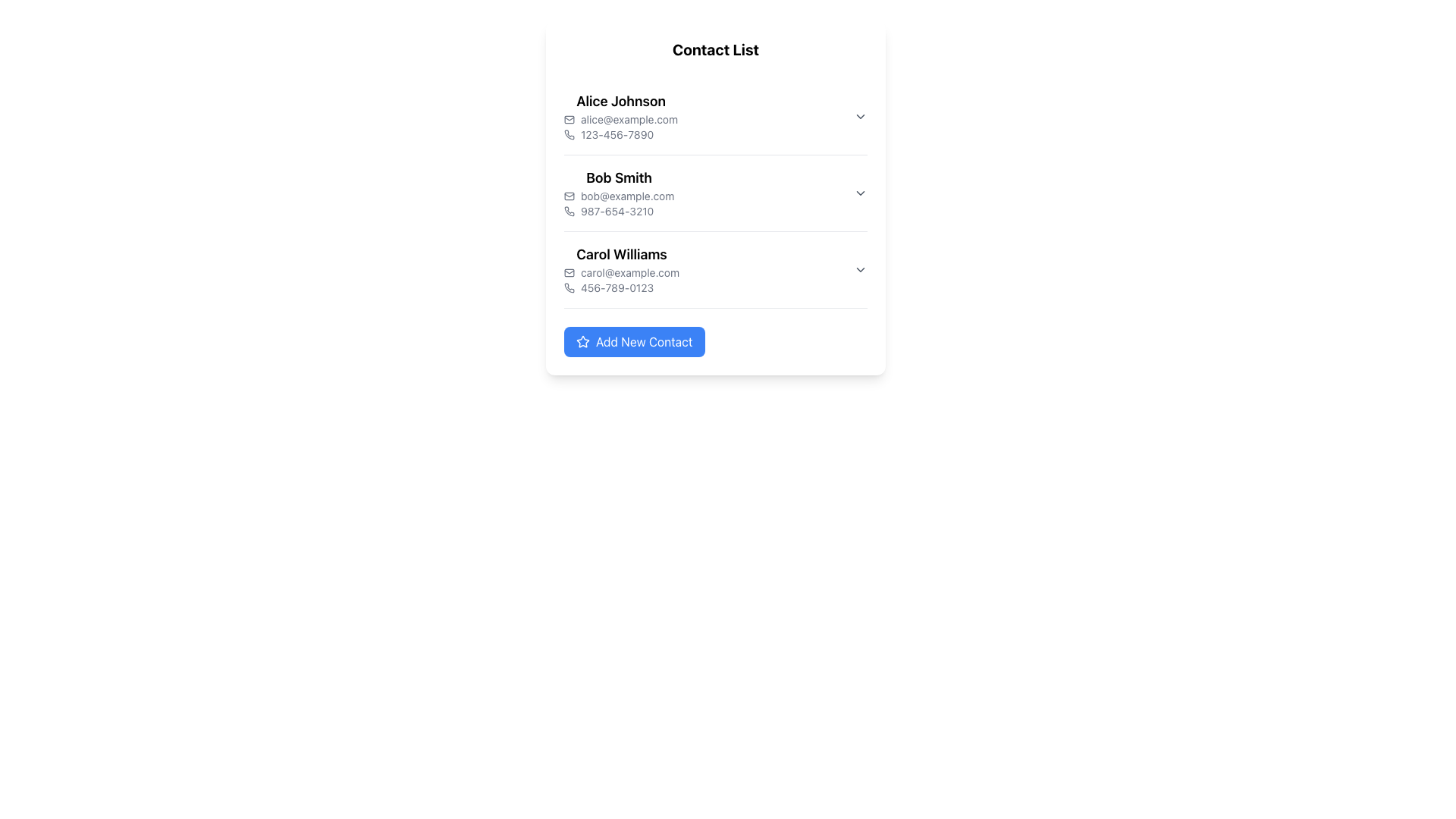  Describe the element at coordinates (621, 133) in the screenshot. I see `phone number displayed as static text for the contact 'Alice Johnson', located below the email address and to the right of the phone icon` at that location.